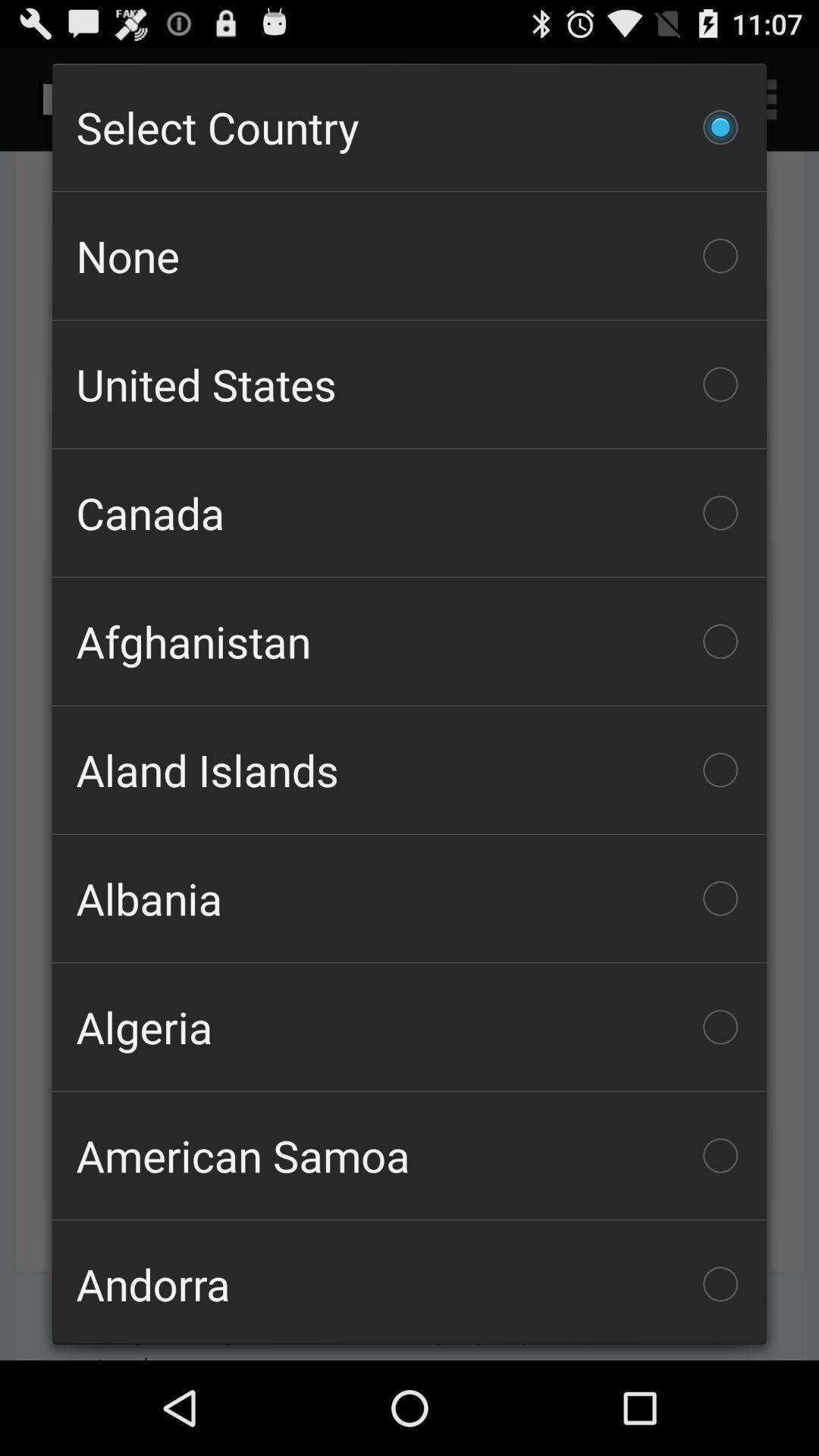 This screenshot has height=1456, width=819. What do you see at coordinates (409, 1027) in the screenshot?
I see `the icon below albania item` at bounding box center [409, 1027].